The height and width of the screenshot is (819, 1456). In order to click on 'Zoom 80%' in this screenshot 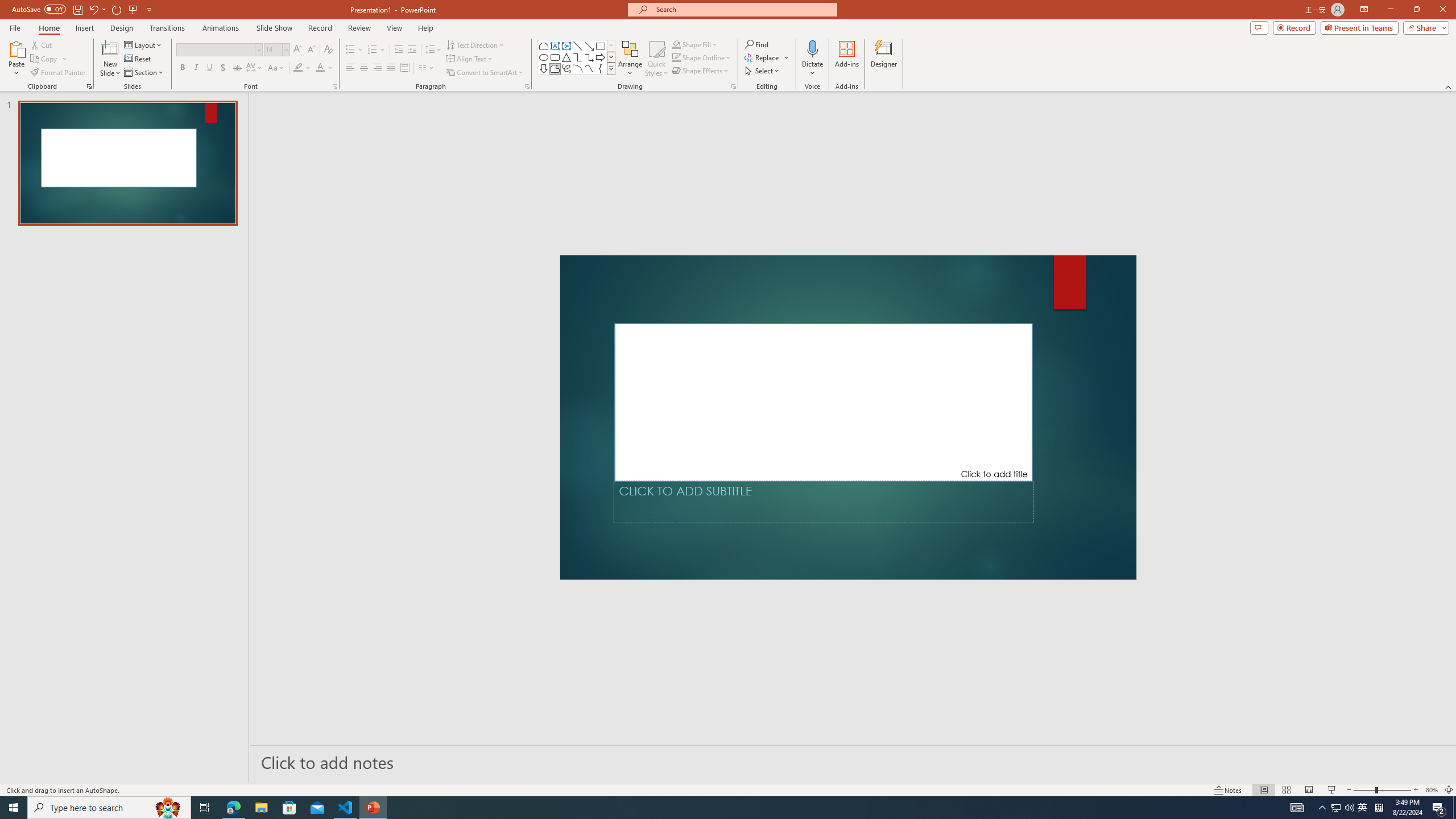, I will do `click(1431, 790)`.